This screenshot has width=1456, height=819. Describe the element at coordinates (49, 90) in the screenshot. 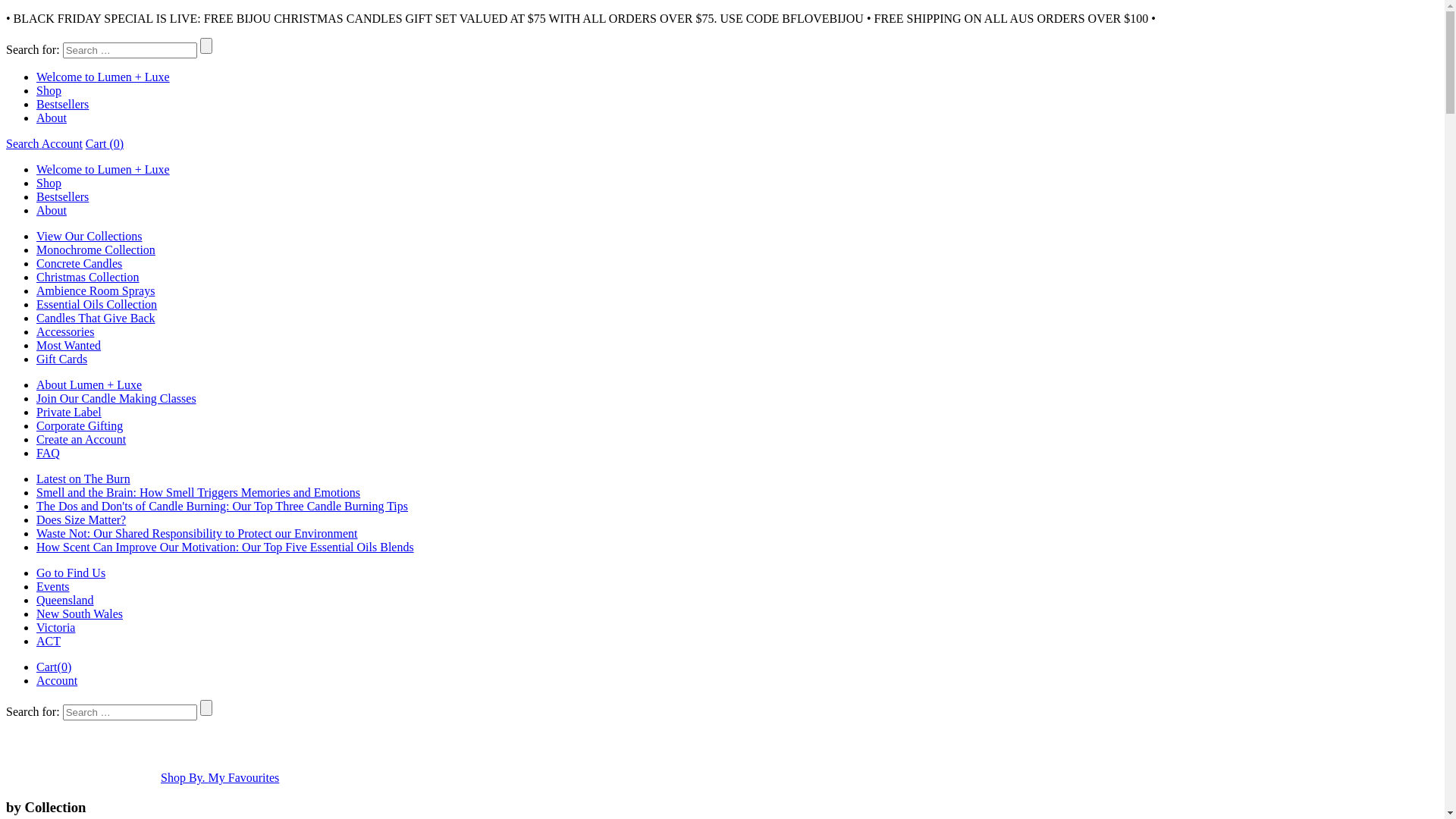

I see `'Shop'` at that location.